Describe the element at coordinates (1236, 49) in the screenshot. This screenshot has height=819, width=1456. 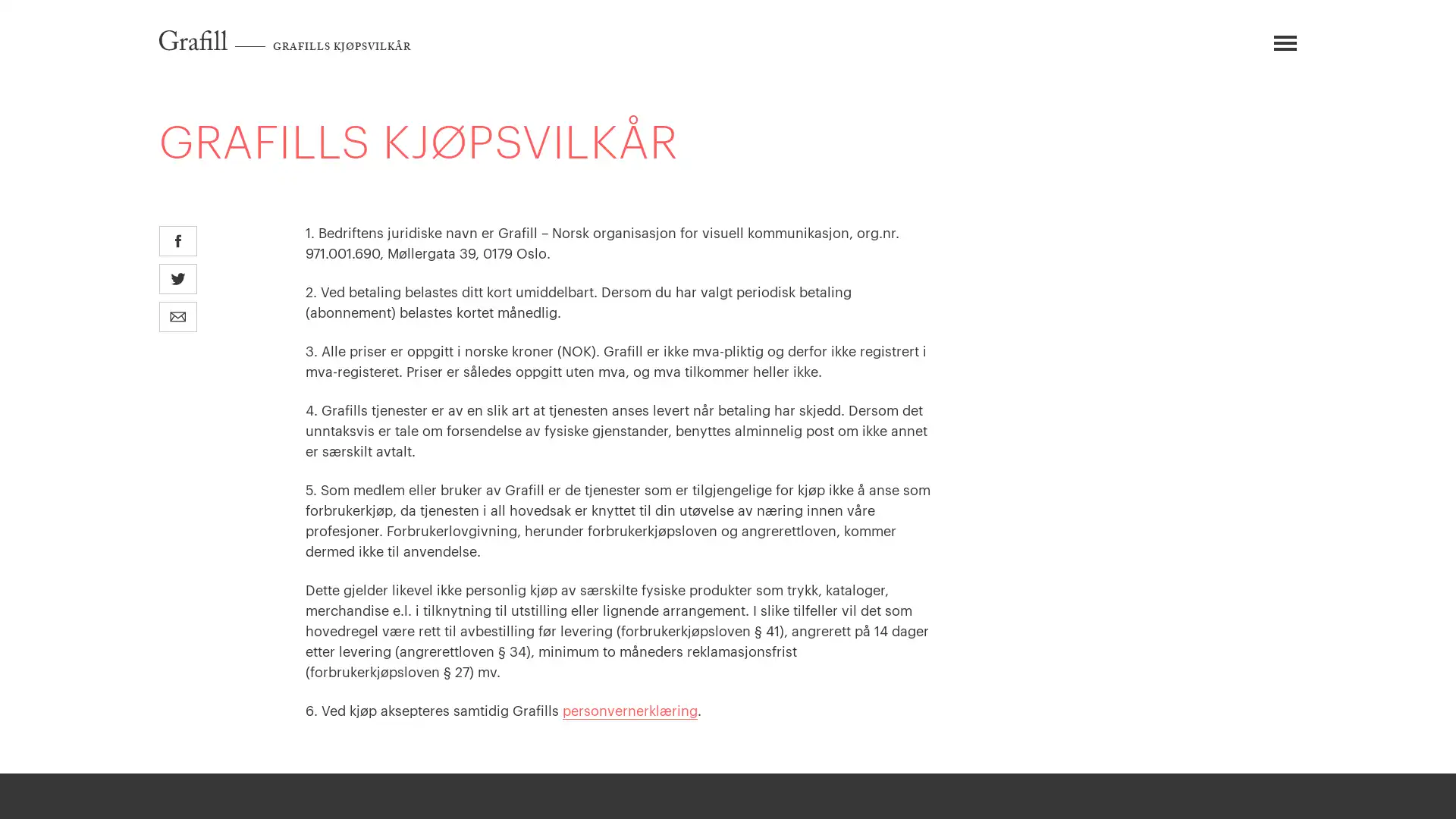
I see `Sk` at that location.